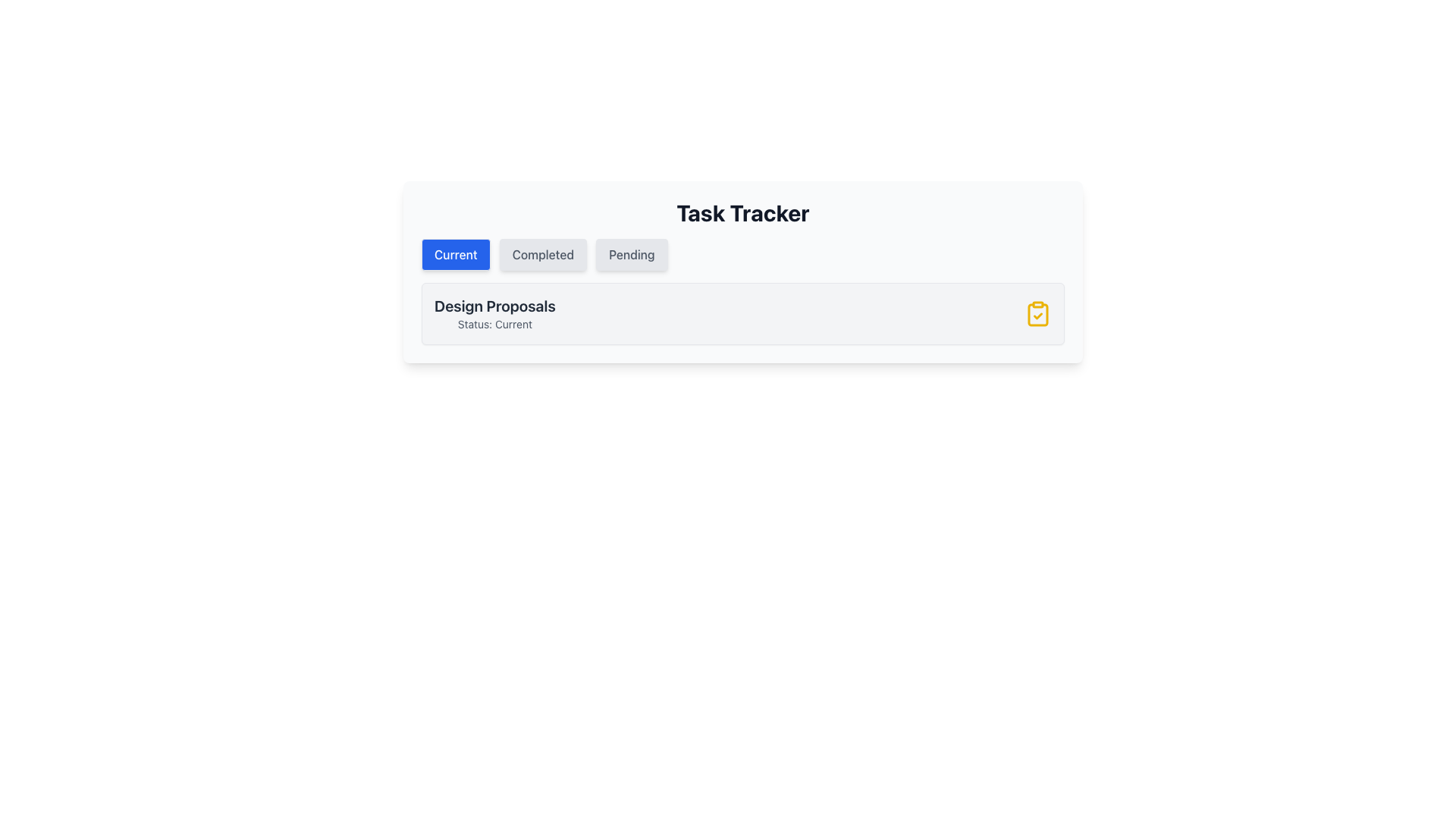 The height and width of the screenshot is (819, 1456). I want to click on the icon located at the far right of the 'Design Proposals' section, so click(1037, 312).